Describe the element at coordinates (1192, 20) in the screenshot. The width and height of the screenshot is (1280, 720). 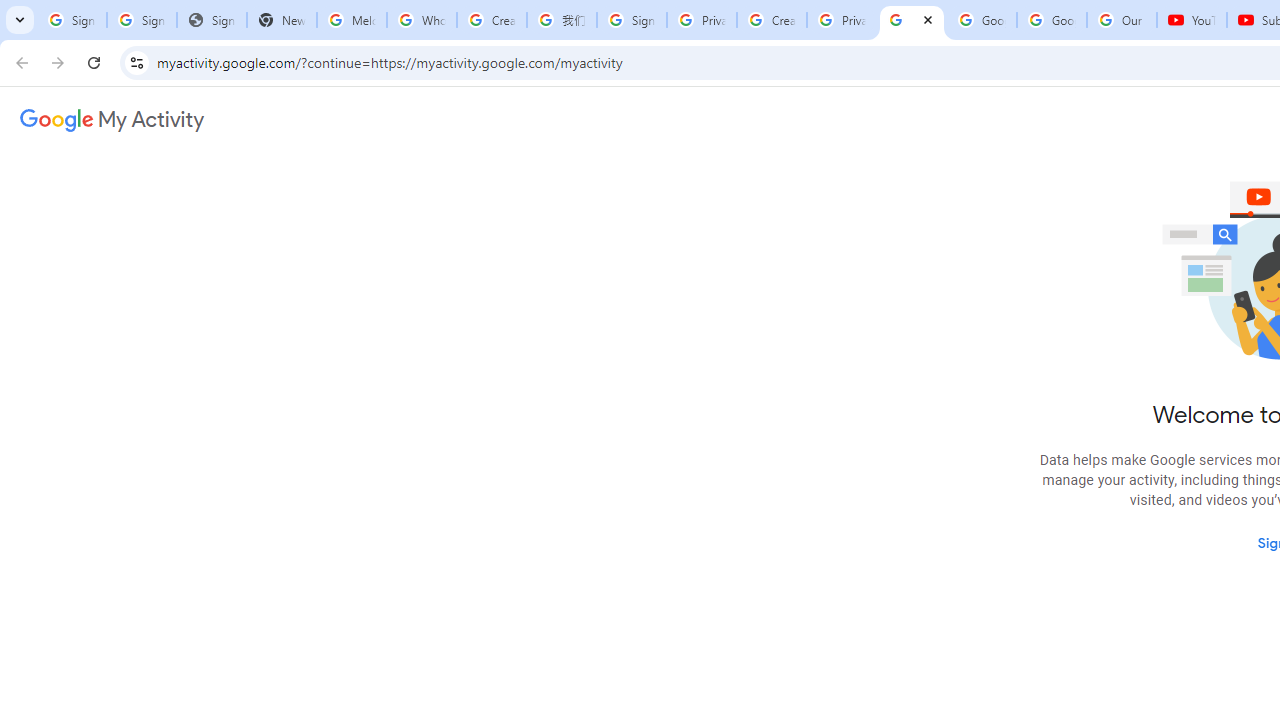
I see `'YouTube'` at that location.